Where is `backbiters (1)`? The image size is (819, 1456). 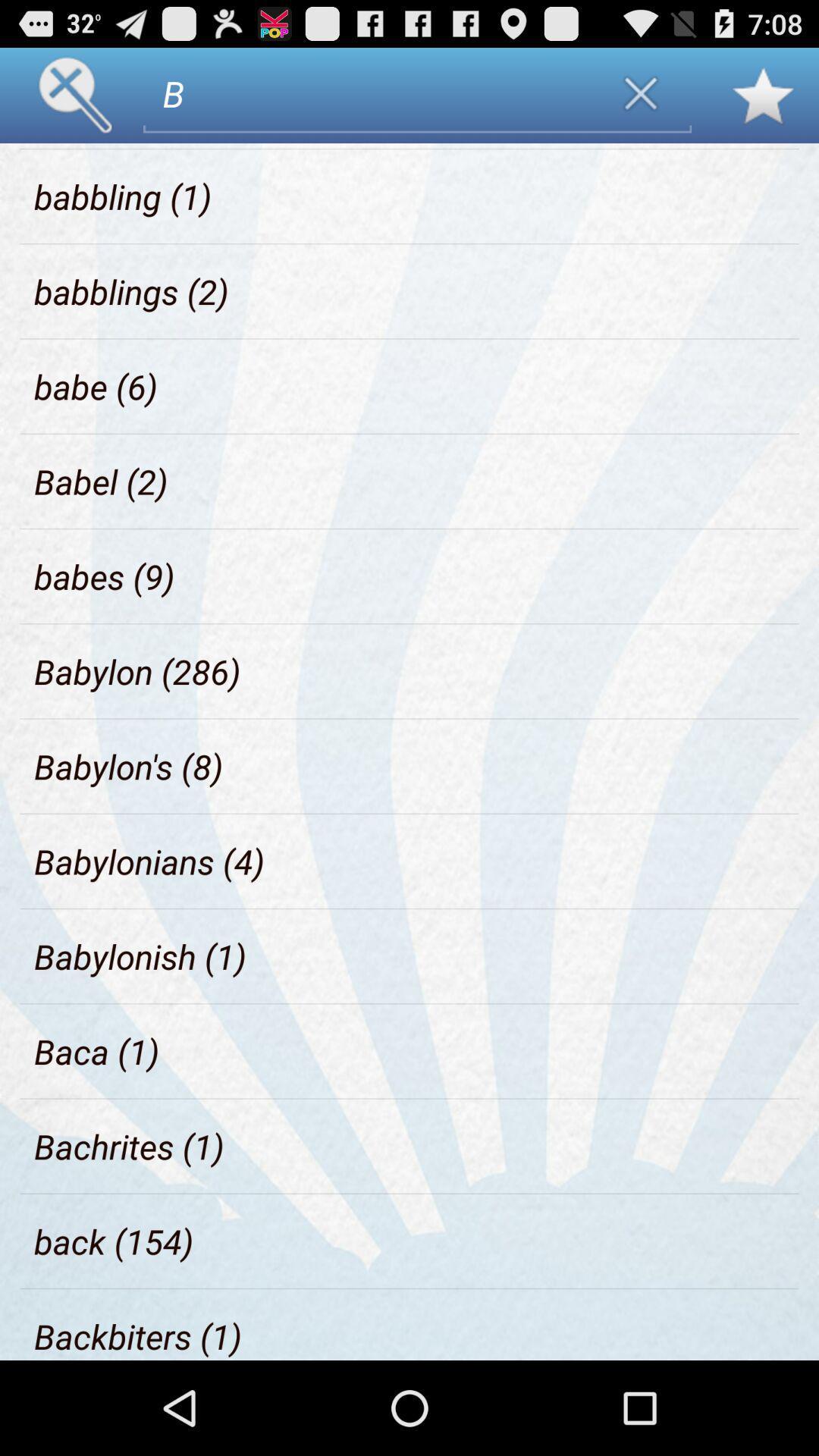 backbiters (1) is located at coordinates (138, 1336).